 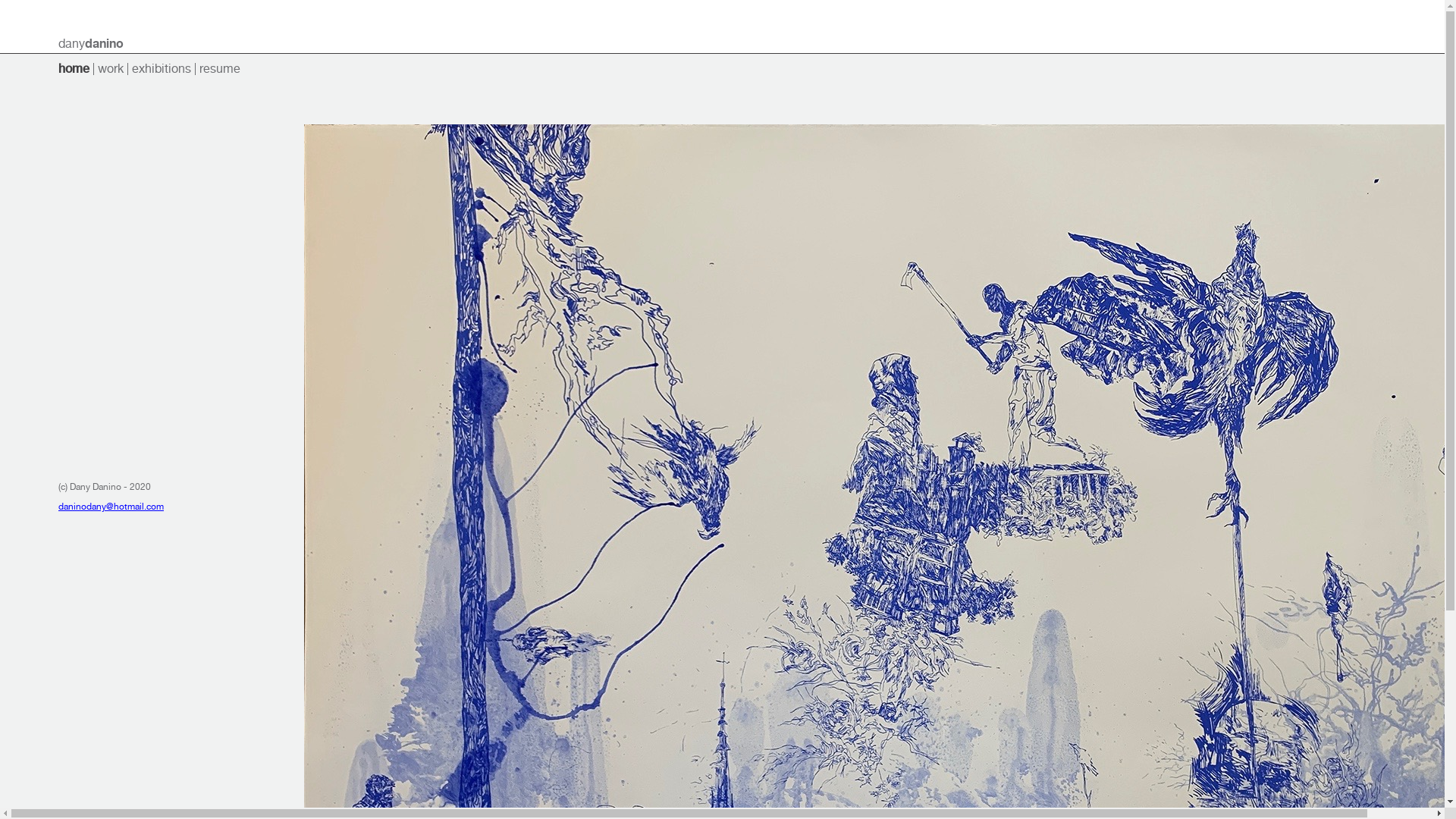 I want to click on 'danydanino', so click(x=90, y=42).